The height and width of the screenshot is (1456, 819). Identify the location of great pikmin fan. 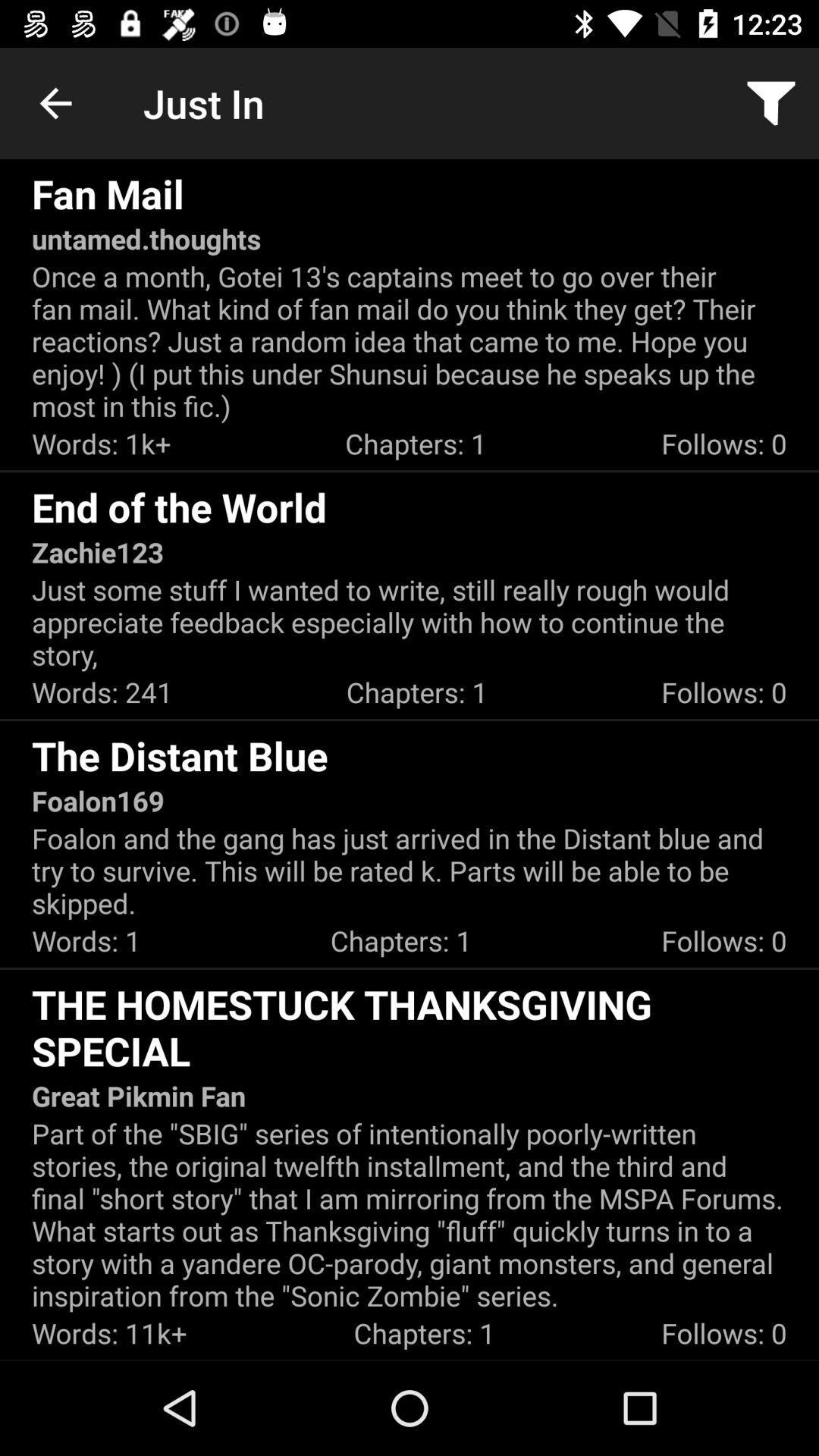
(138, 1096).